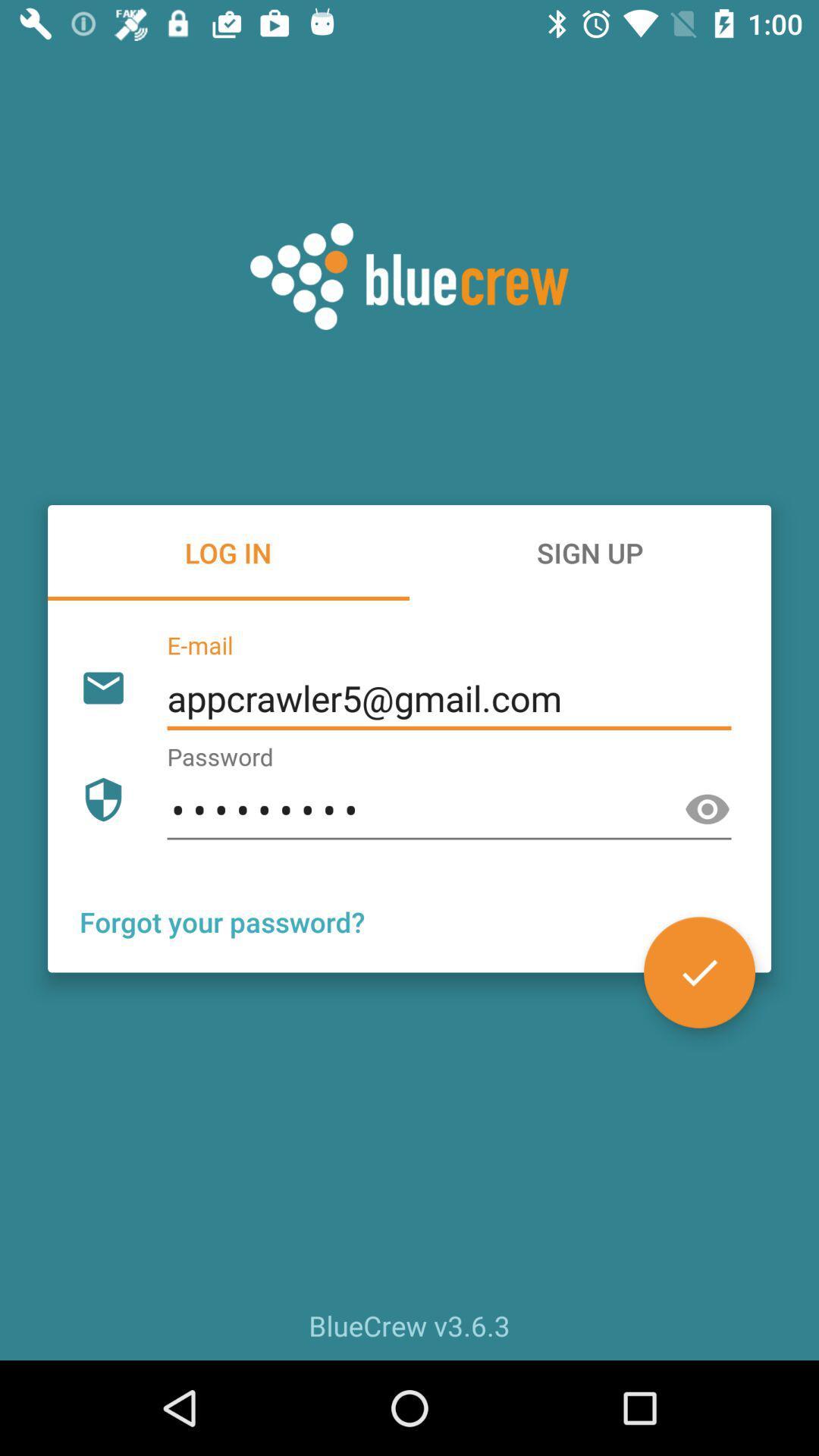 The image size is (819, 1456). What do you see at coordinates (708, 809) in the screenshot?
I see `hide pasword` at bounding box center [708, 809].